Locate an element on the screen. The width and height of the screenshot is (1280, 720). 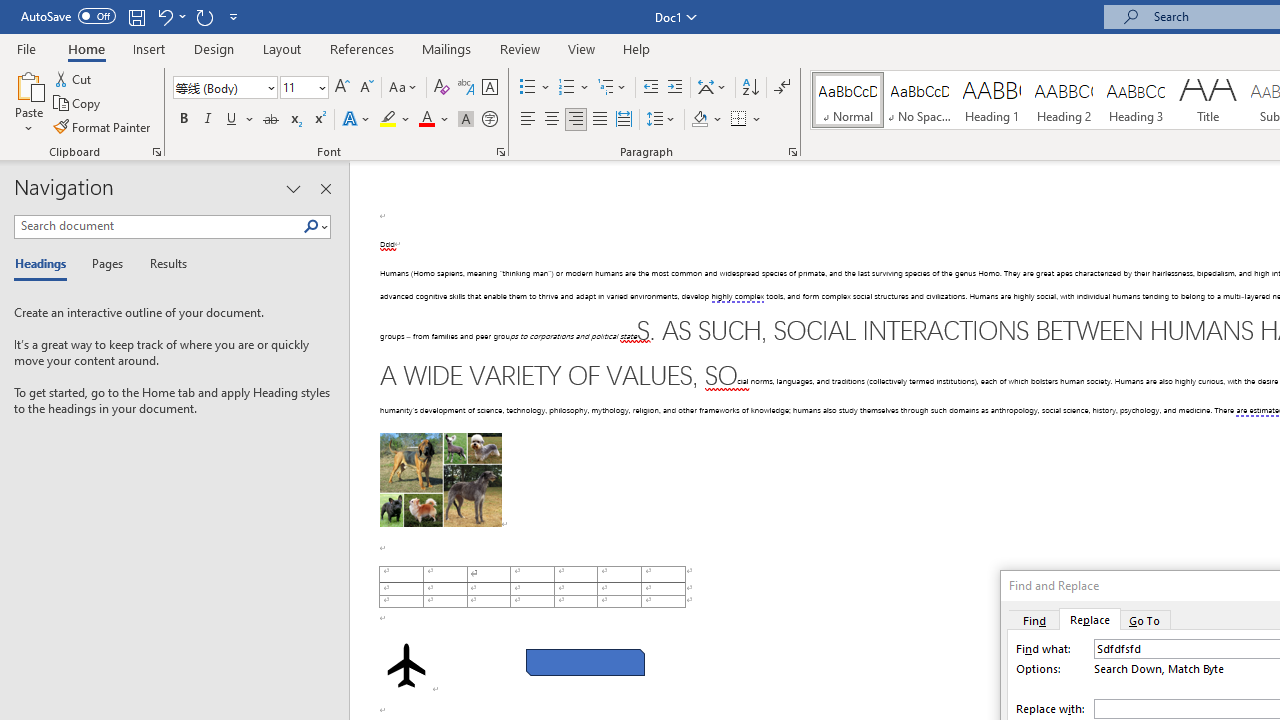
'Sort...' is located at coordinates (749, 86).